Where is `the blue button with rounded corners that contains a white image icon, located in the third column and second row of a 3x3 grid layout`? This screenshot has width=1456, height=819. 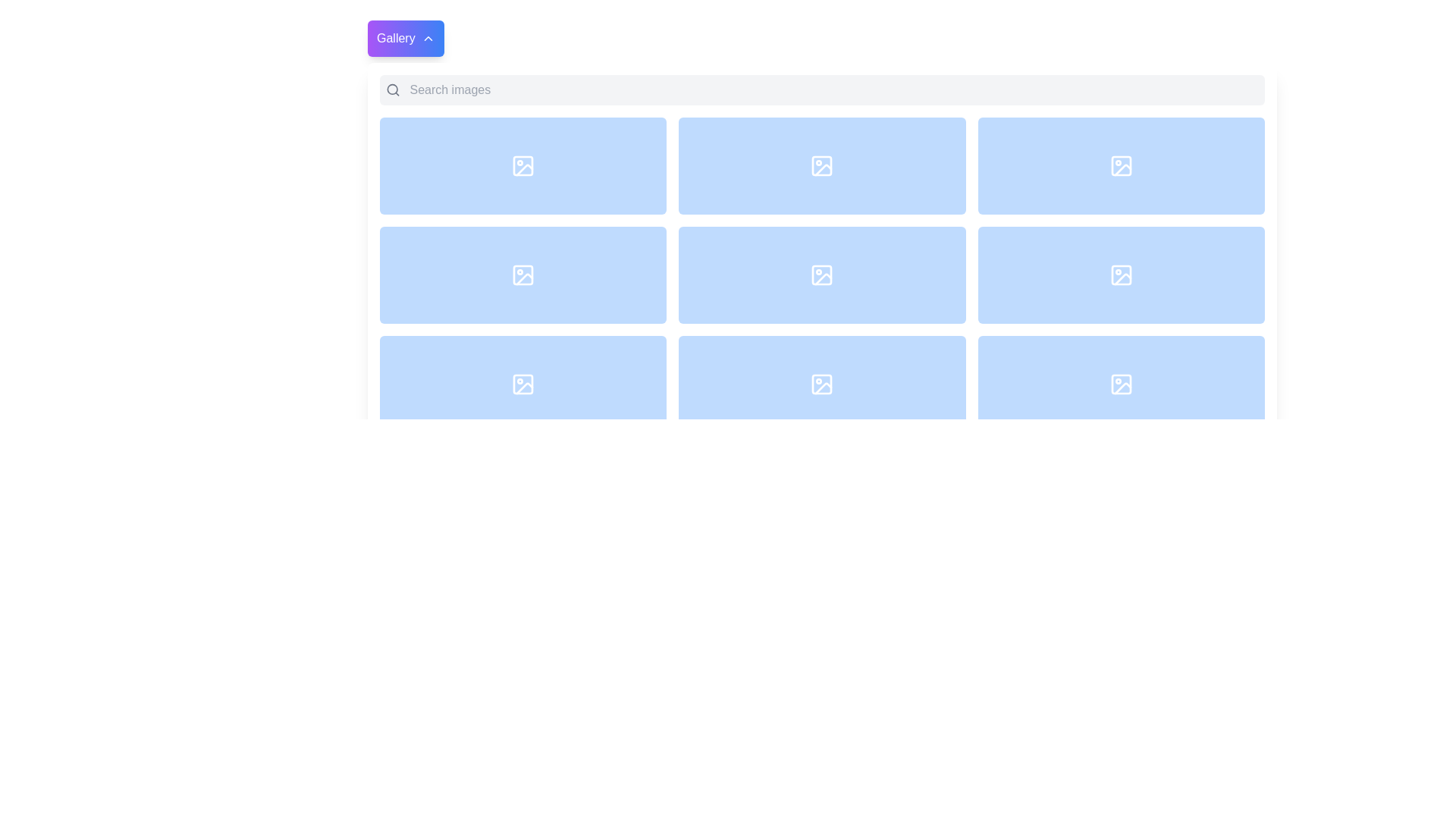
the blue button with rounded corners that contains a white image icon, located in the third column and second row of a 3x3 grid layout is located at coordinates (1121, 275).